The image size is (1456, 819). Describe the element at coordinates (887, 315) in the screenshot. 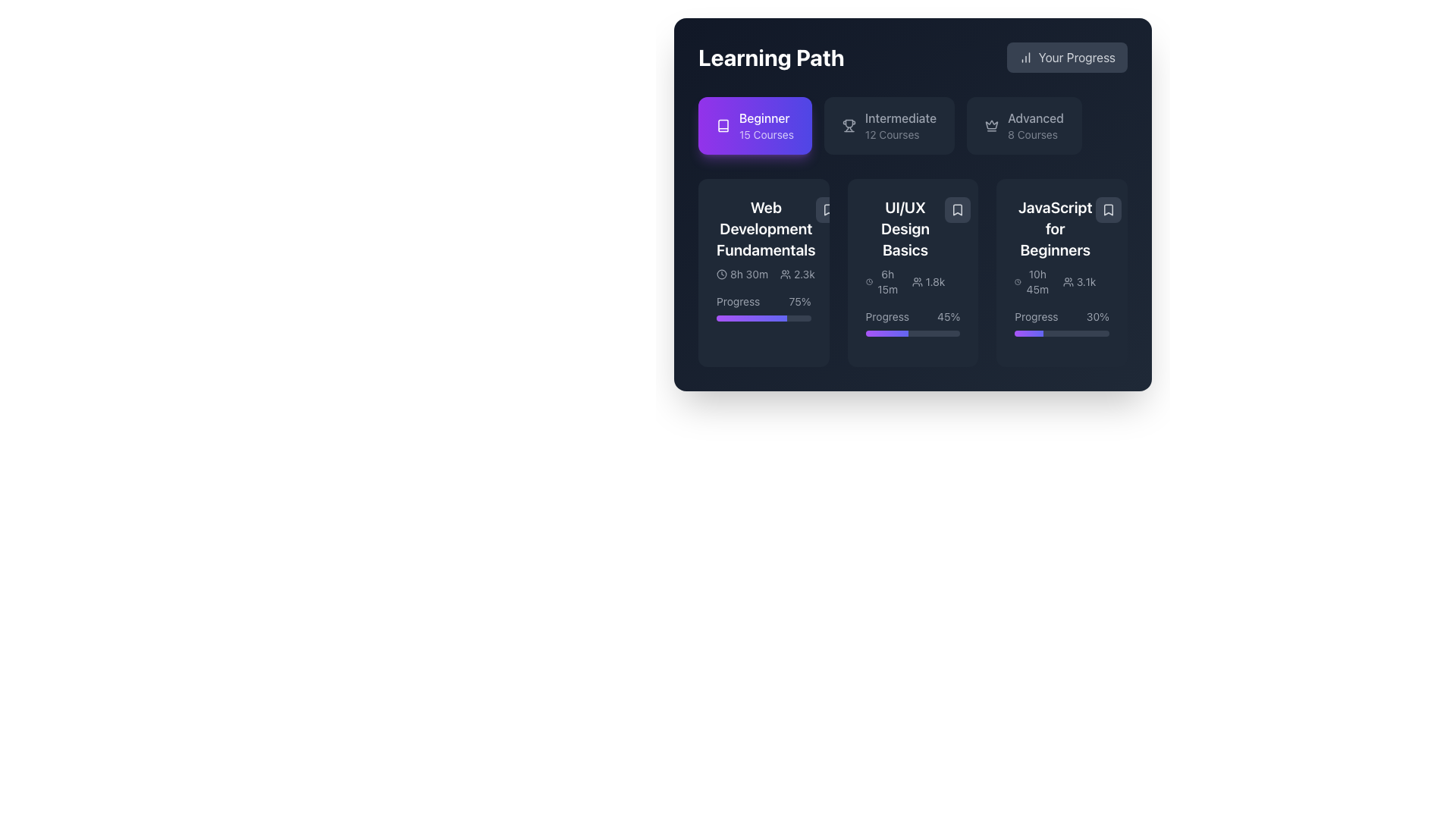

I see `text label displaying 'Progress' in light gray color located to the left of the percentage value on the 'UI/UX Design Basics' course card` at that location.